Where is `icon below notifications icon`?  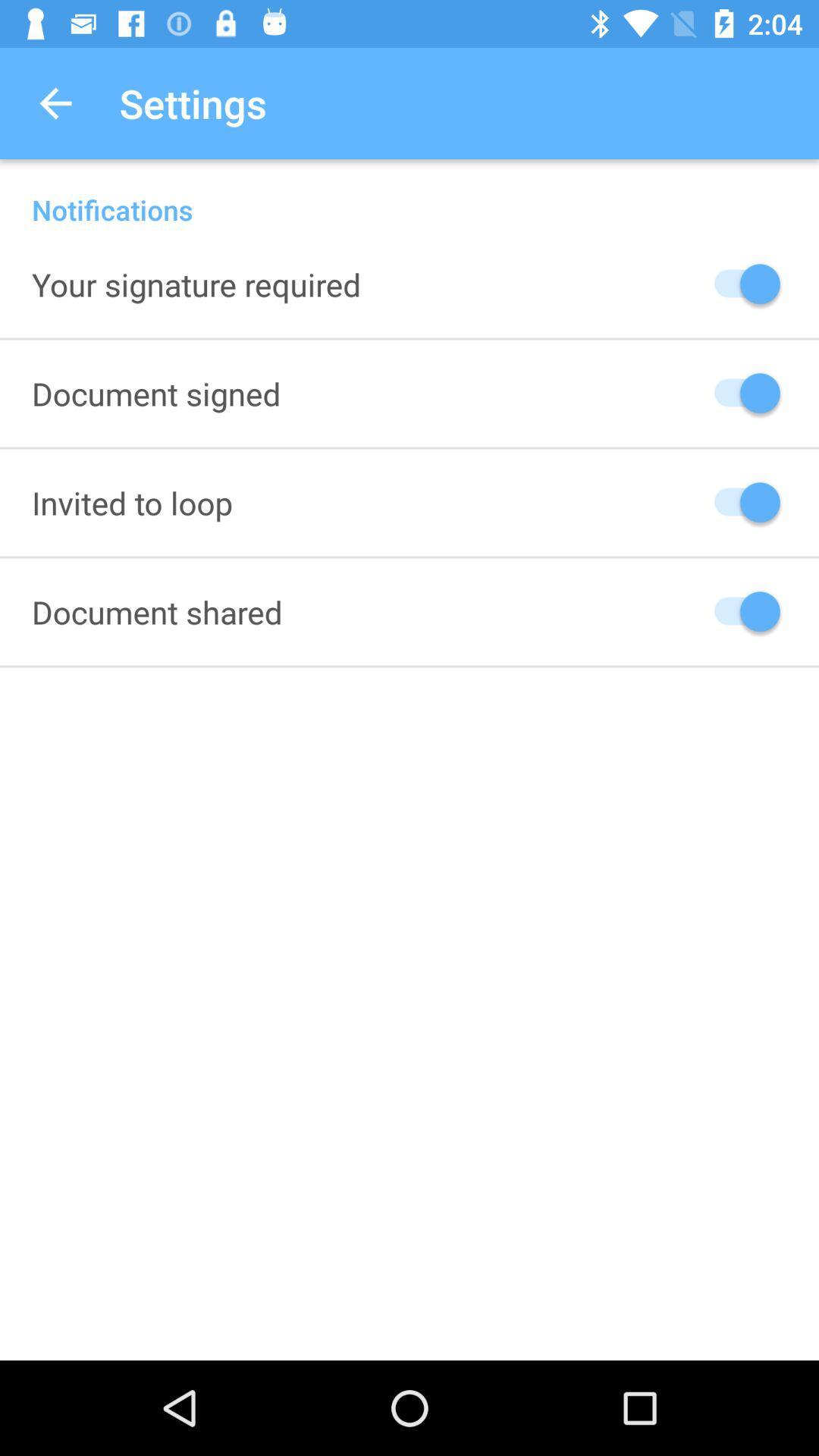 icon below notifications icon is located at coordinates (196, 284).